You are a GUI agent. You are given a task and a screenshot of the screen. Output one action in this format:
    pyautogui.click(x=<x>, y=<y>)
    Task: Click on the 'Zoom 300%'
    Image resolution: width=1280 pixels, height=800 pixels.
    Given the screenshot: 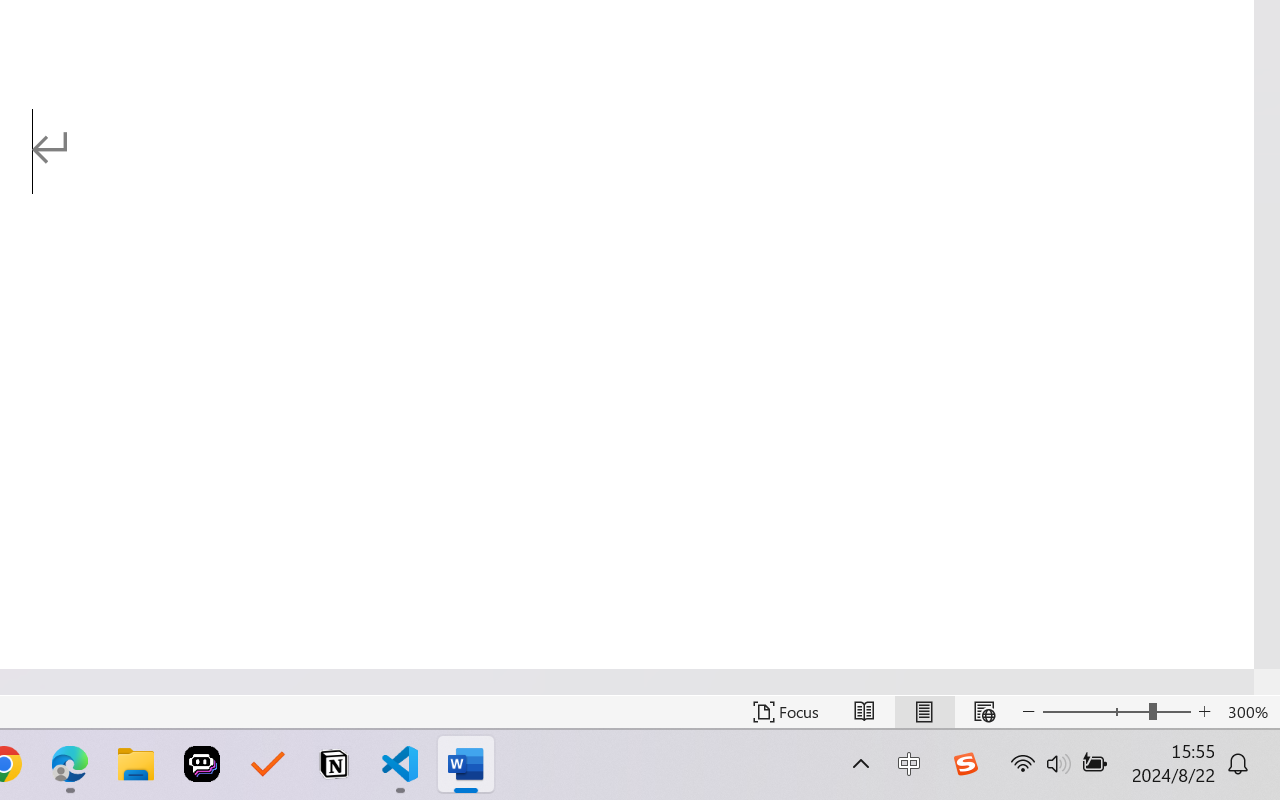 What is the action you would take?
    pyautogui.click(x=1248, y=711)
    